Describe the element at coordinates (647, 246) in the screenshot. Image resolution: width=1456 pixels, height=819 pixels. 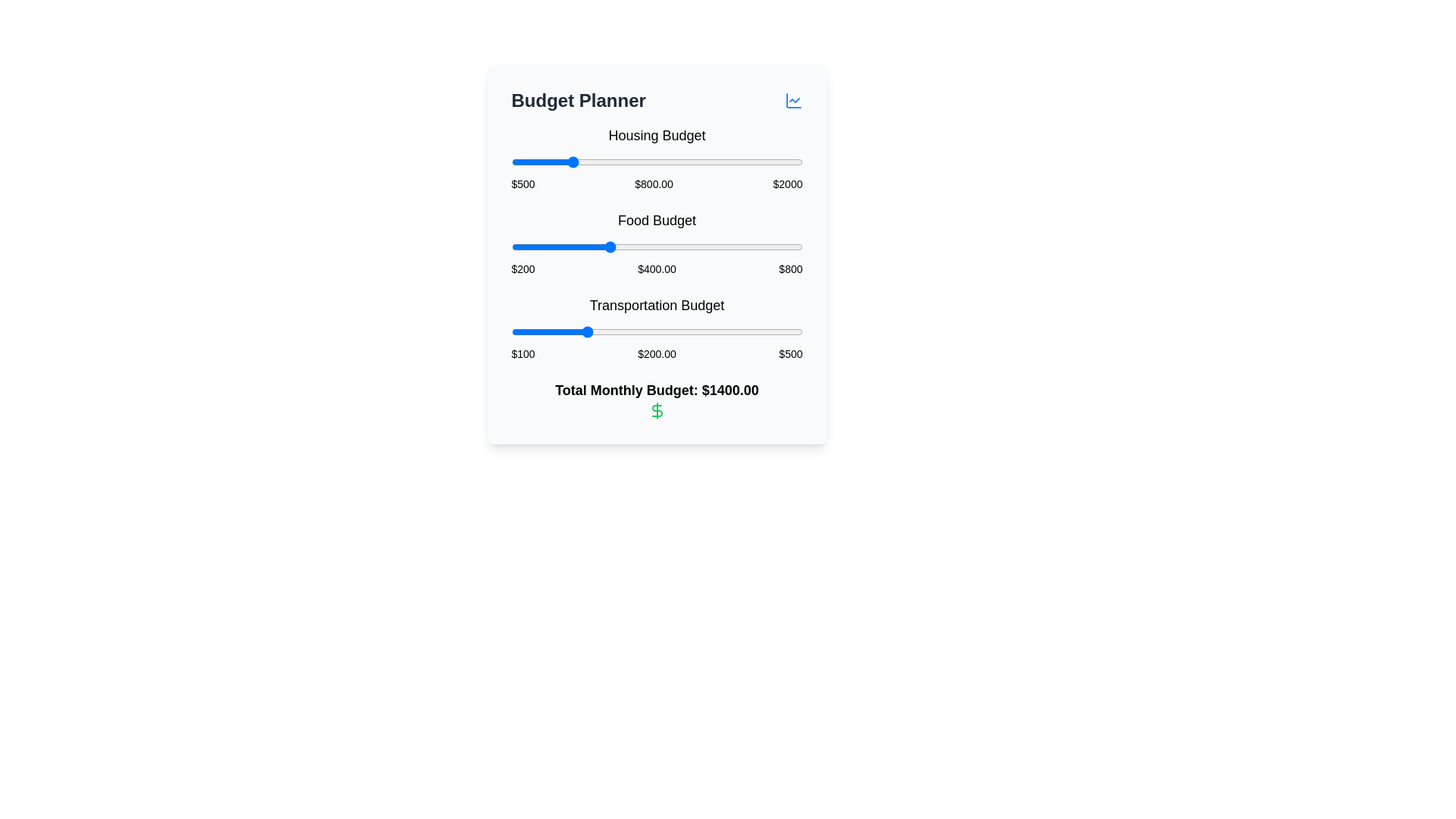
I see `the Food Budget slider` at that location.